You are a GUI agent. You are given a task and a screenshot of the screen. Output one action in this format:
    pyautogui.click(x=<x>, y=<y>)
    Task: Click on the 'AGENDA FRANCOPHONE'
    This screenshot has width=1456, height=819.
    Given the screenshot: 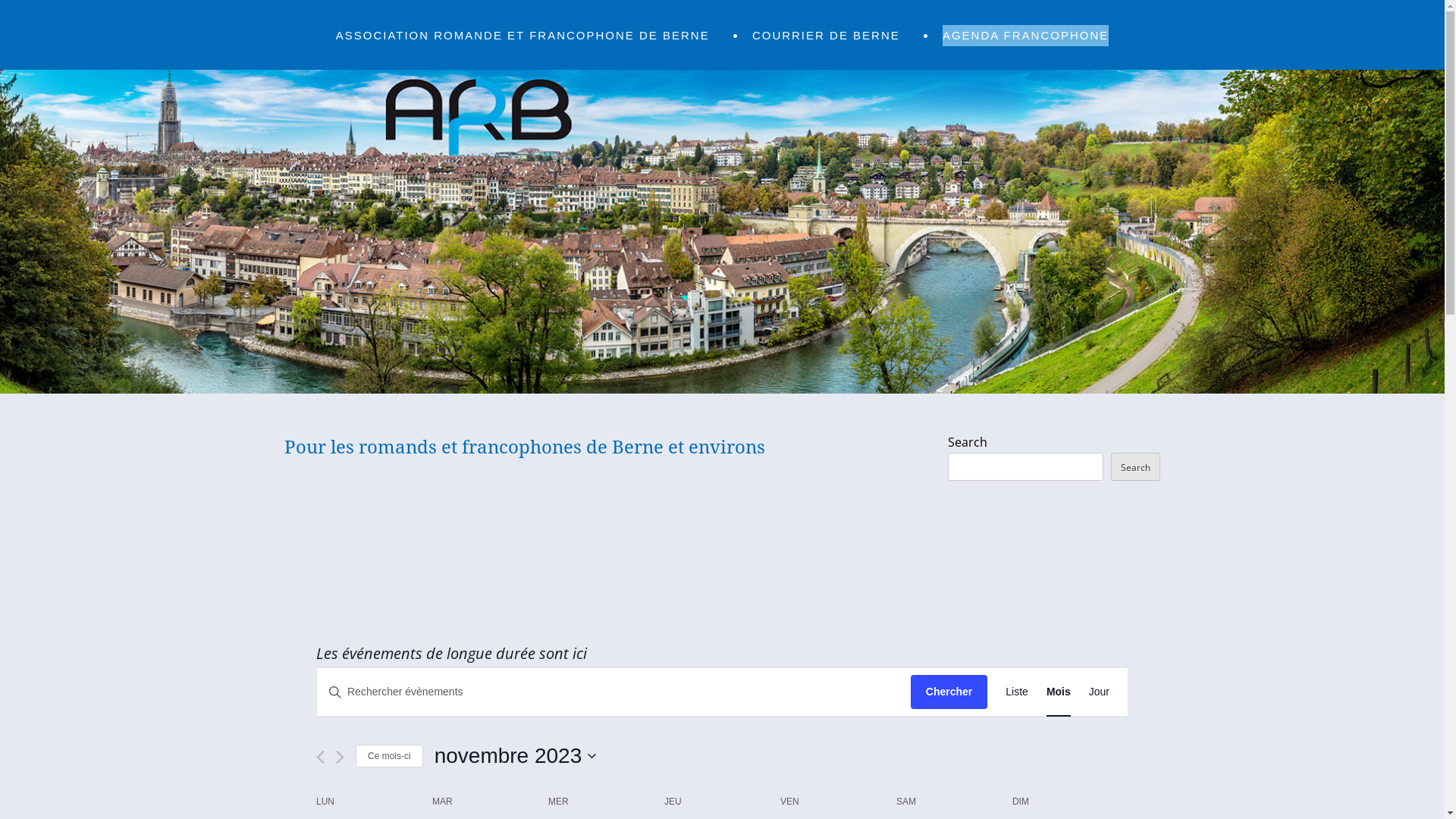 What is the action you would take?
    pyautogui.click(x=942, y=34)
    